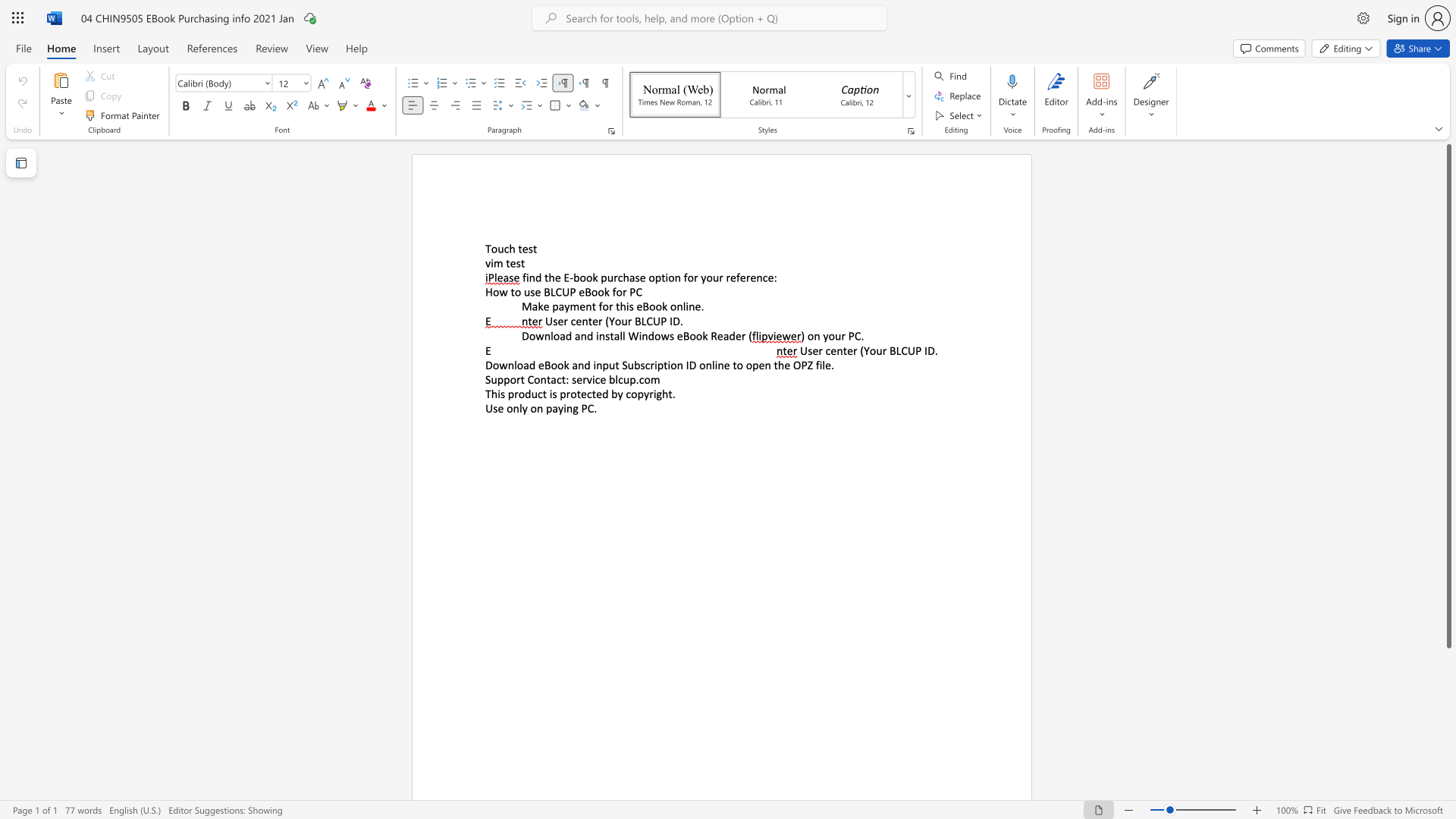  What do you see at coordinates (837, 335) in the screenshot?
I see `the 1th character "u" in the text` at bounding box center [837, 335].